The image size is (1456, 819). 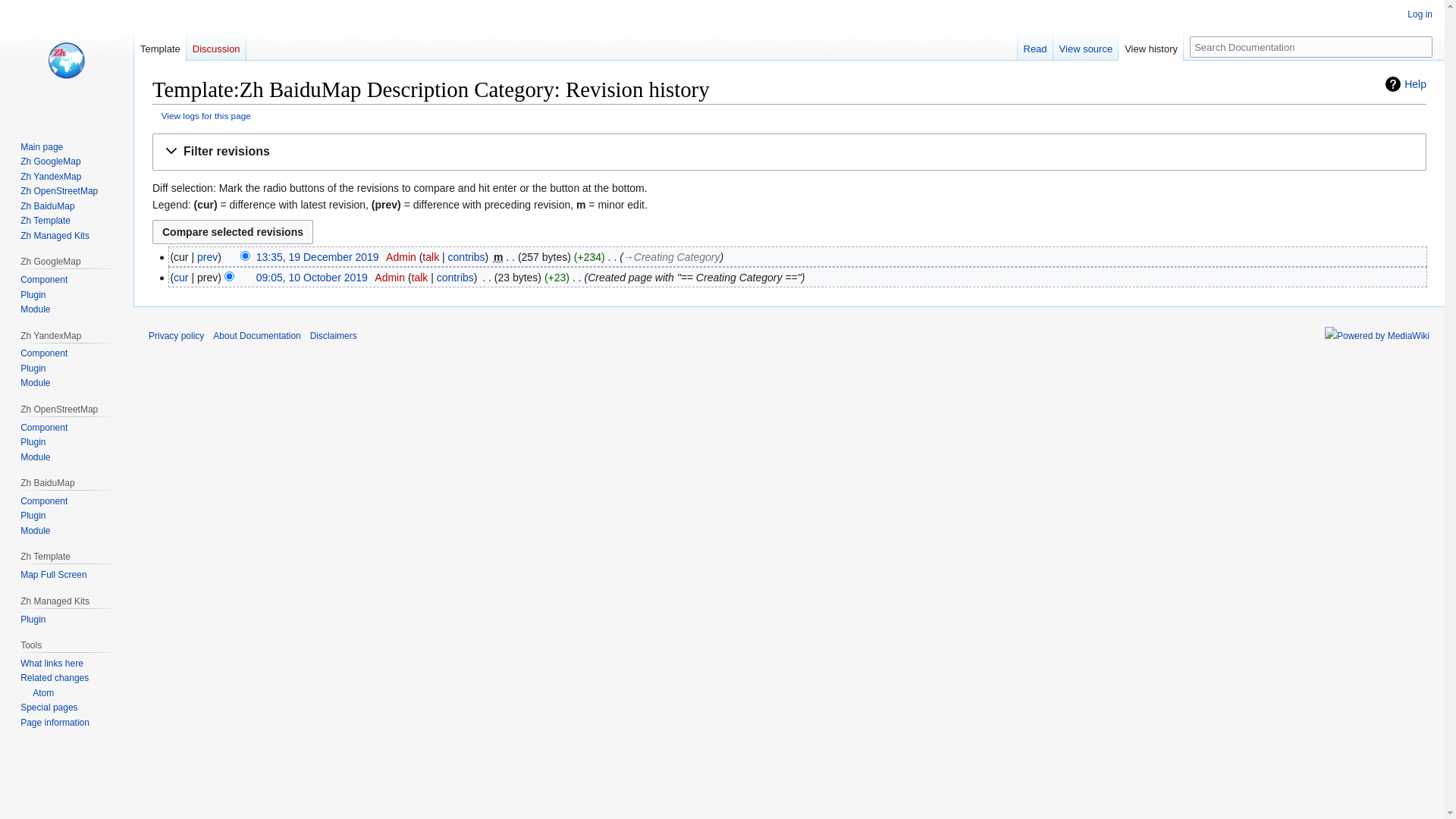 I want to click on 'Zh Managed Kits', so click(x=55, y=236).